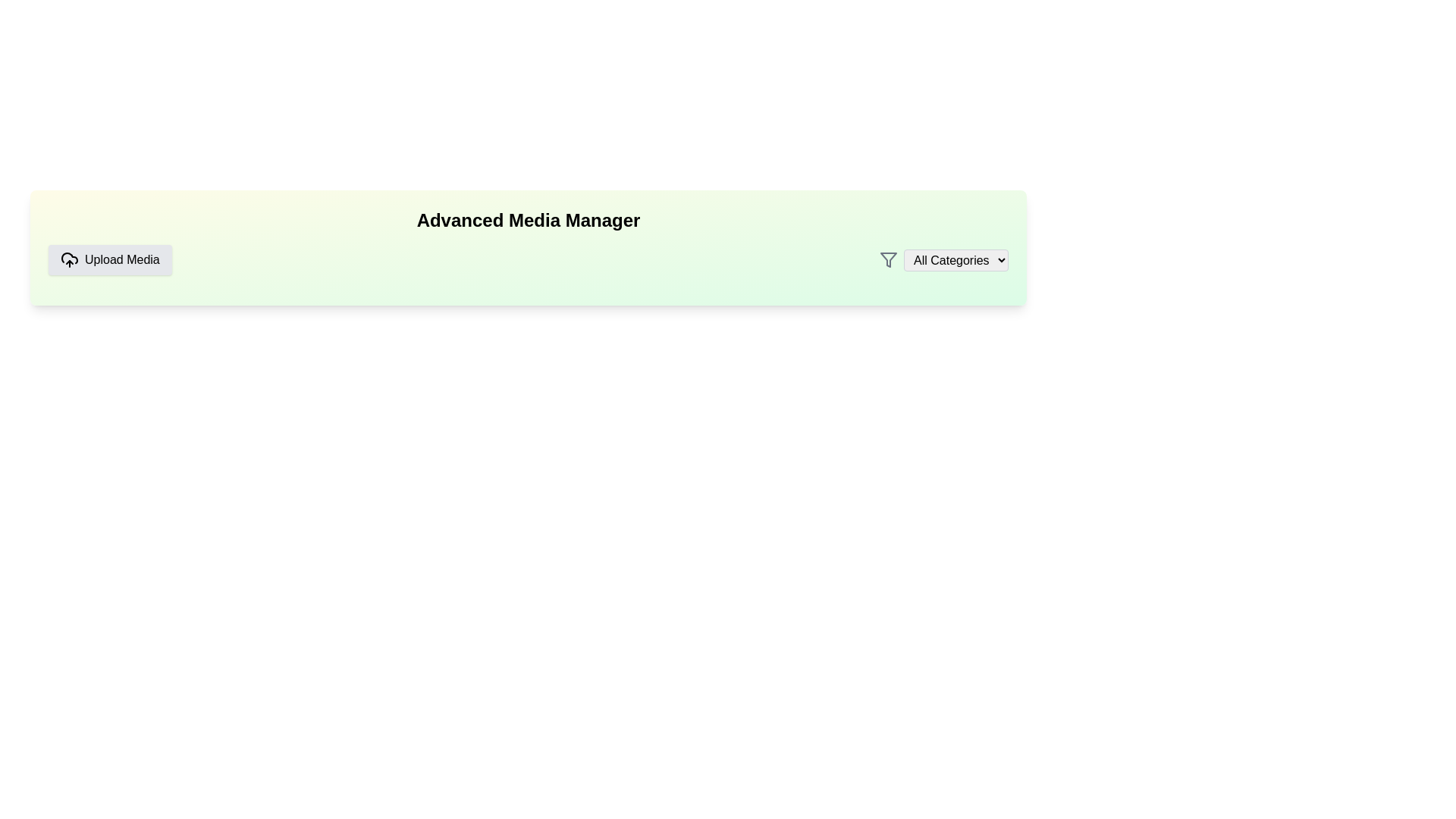 This screenshot has height=819, width=1456. I want to click on the upload button located at the leftmost side of the horizontal toolbar, so click(109, 259).